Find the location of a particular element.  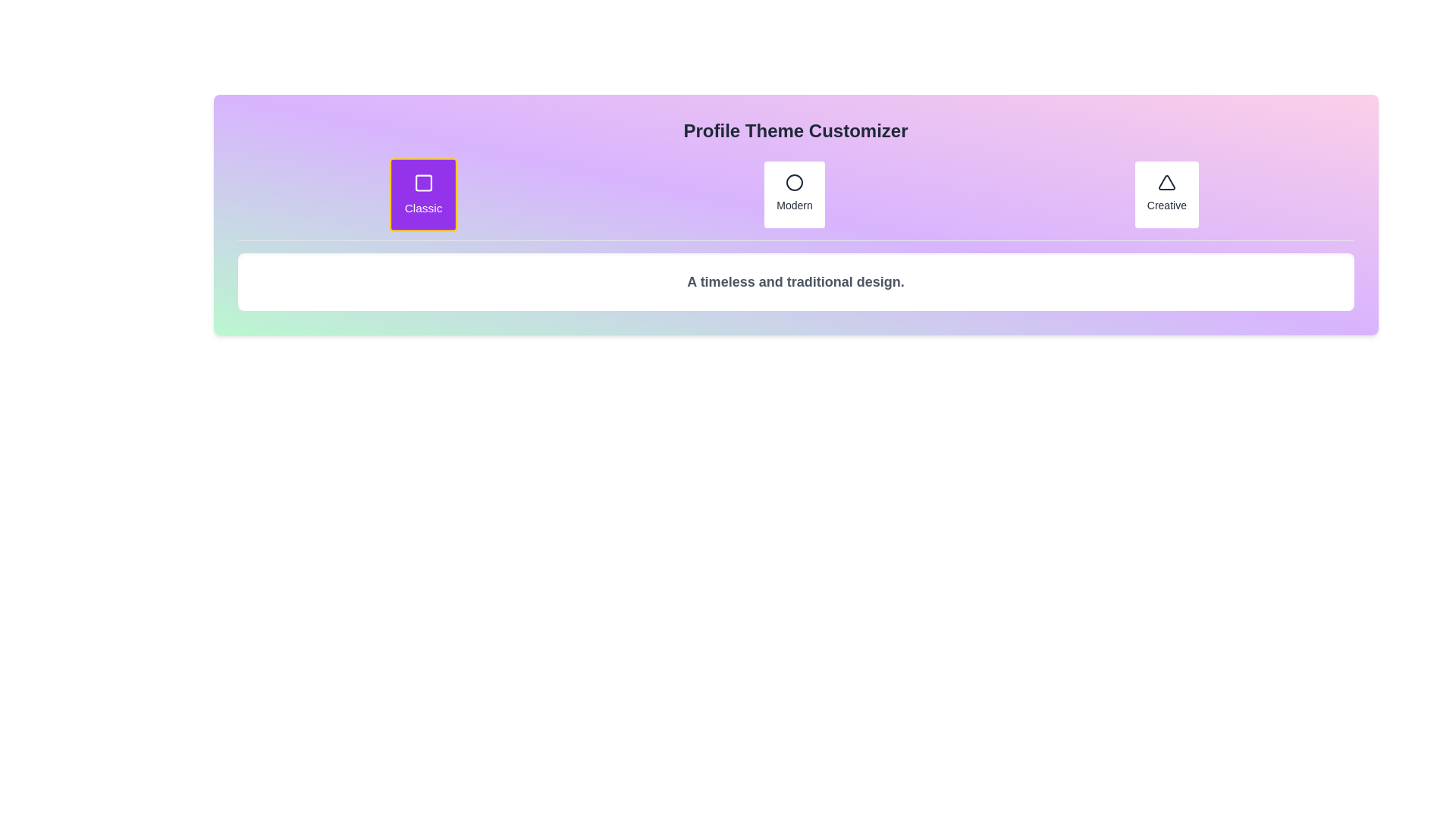

the 'Creative' text label which serves as a descriptor for the associated icon in the card-like structure located to the far right of the row is located at coordinates (1166, 205).